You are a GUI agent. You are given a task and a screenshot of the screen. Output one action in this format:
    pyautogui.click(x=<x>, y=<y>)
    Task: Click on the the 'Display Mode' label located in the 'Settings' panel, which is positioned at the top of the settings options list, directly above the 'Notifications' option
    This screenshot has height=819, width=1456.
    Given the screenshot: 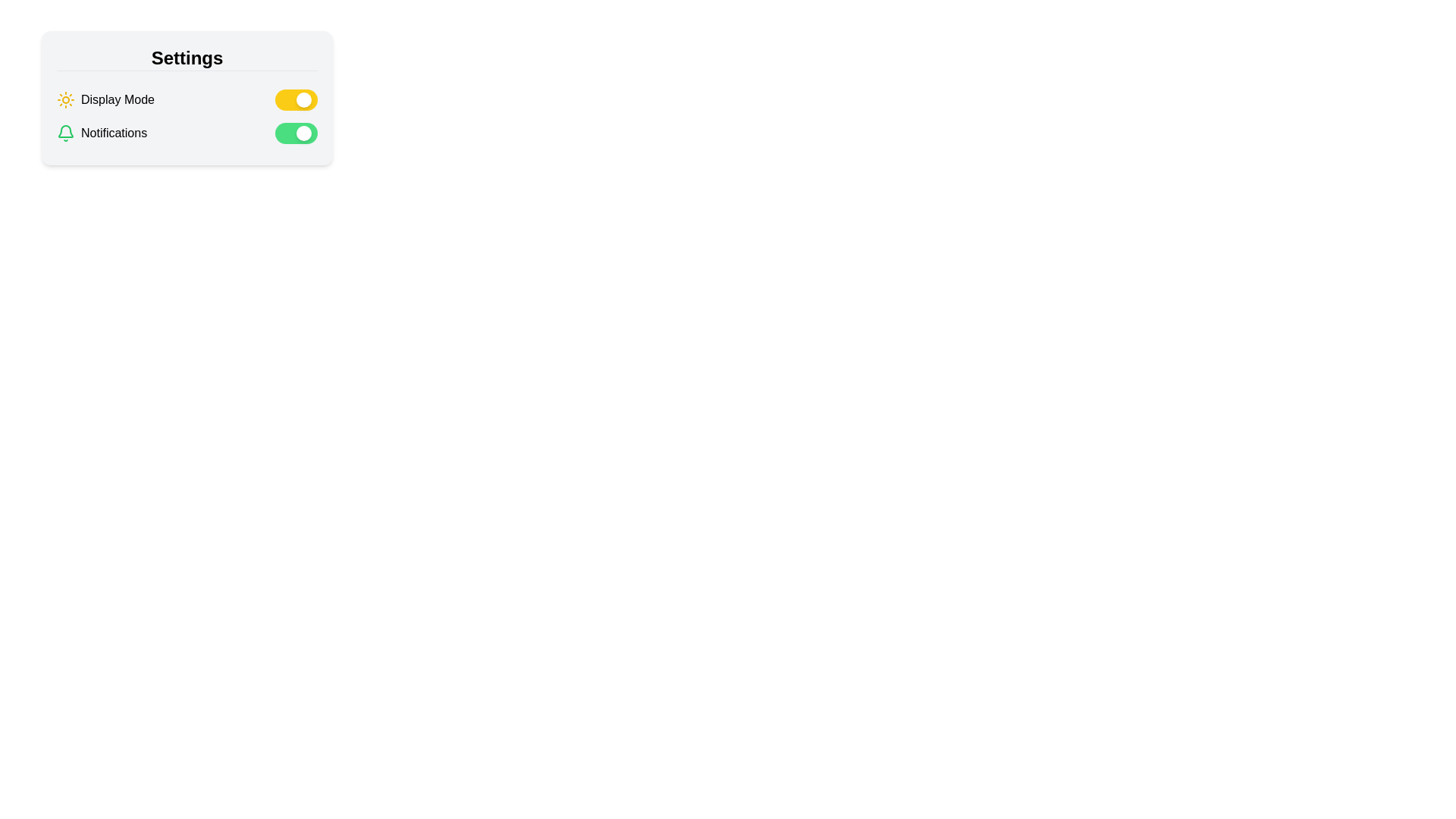 What is the action you would take?
    pyautogui.click(x=105, y=99)
    